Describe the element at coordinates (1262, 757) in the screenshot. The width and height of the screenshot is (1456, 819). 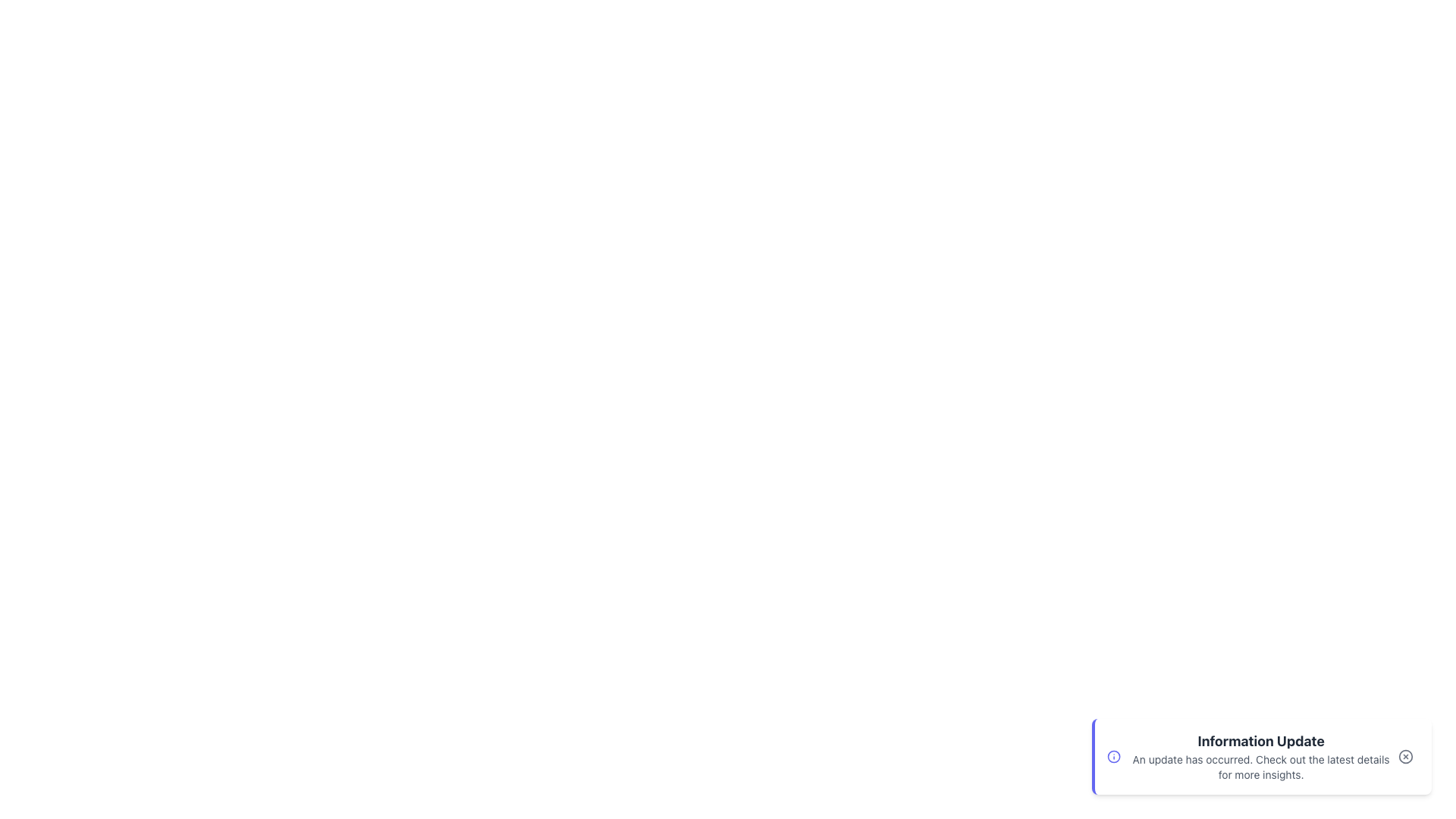
I see `contents of the notification box located in the bottom-right corner of the application's interface` at that location.